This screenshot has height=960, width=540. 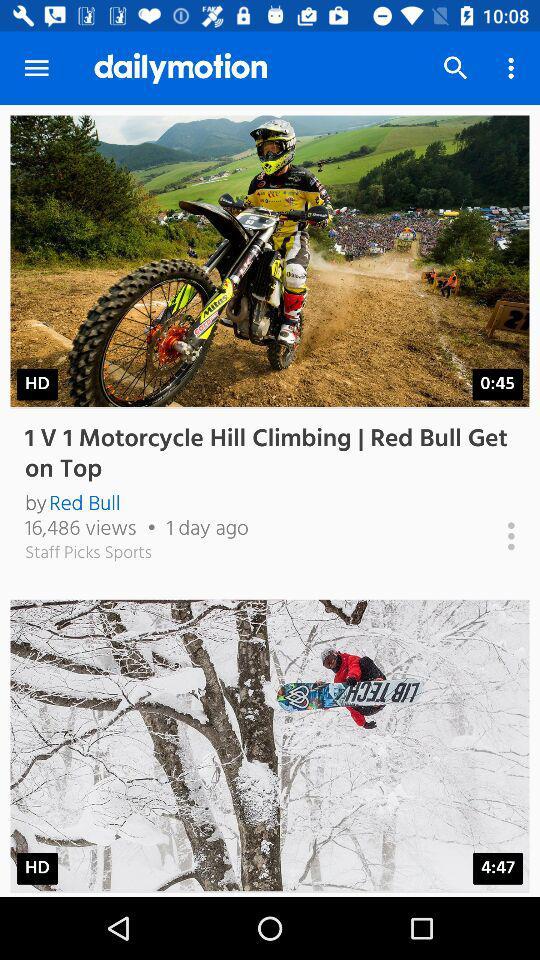 I want to click on more information on 1 v 1 motorcycle hill climbing, so click(x=490, y=535).